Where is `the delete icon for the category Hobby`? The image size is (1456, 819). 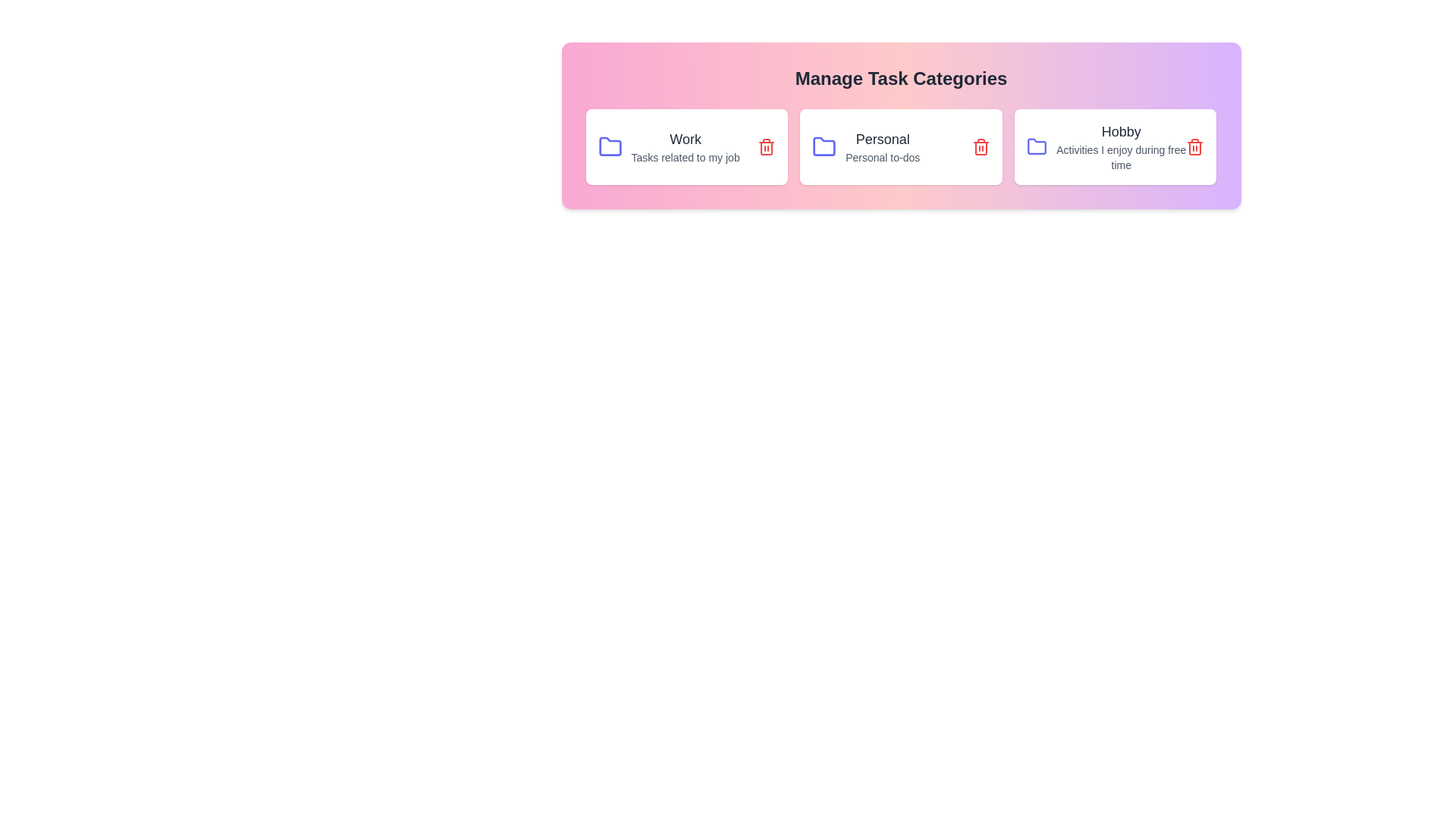 the delete icon for the category Hobby is located at coordinates (1194, 146).